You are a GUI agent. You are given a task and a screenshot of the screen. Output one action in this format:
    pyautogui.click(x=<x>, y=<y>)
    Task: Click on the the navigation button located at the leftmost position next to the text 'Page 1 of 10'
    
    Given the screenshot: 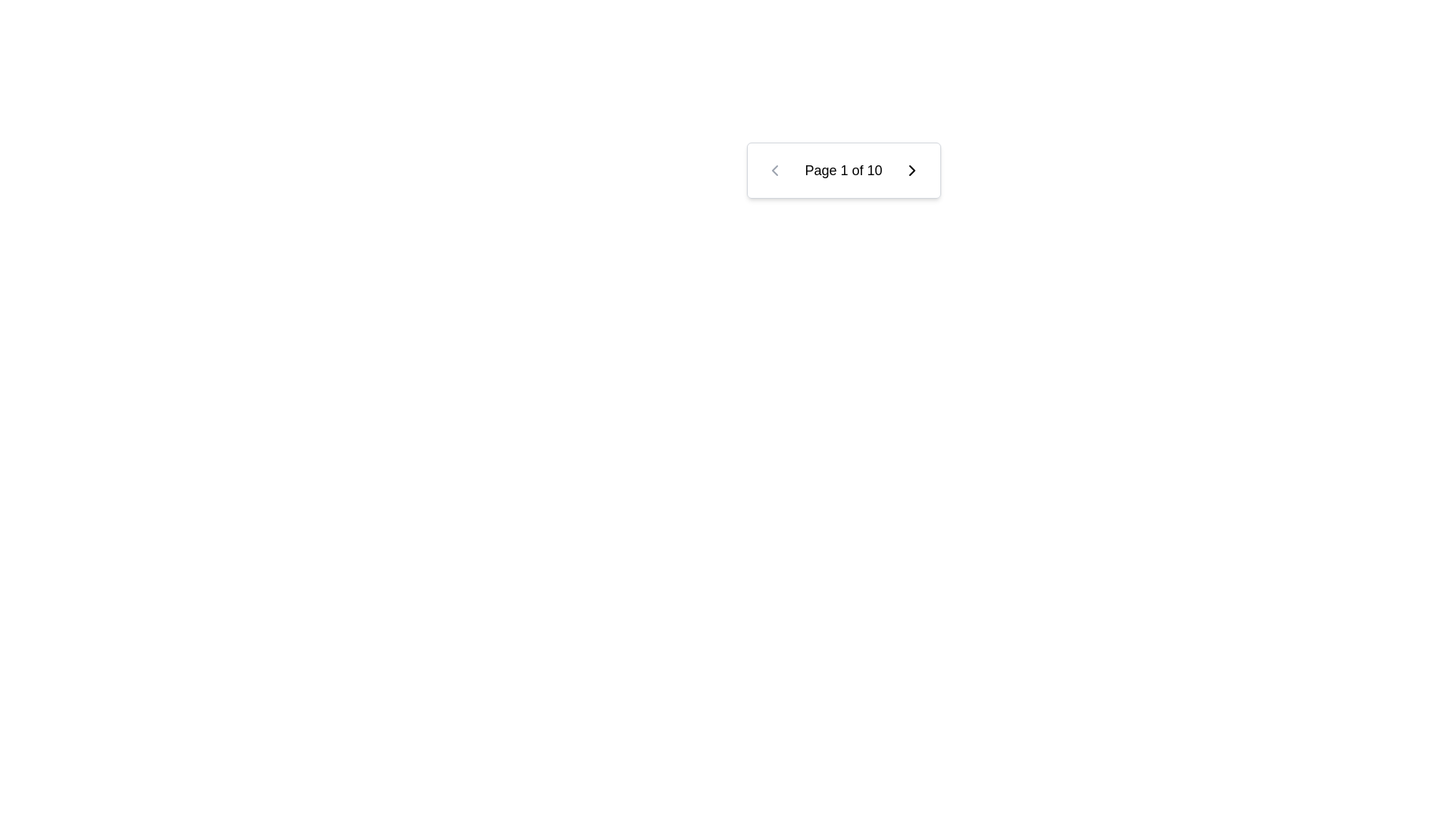 What is the action you would take?
    pyautogui.click(x=774, y=170)
    